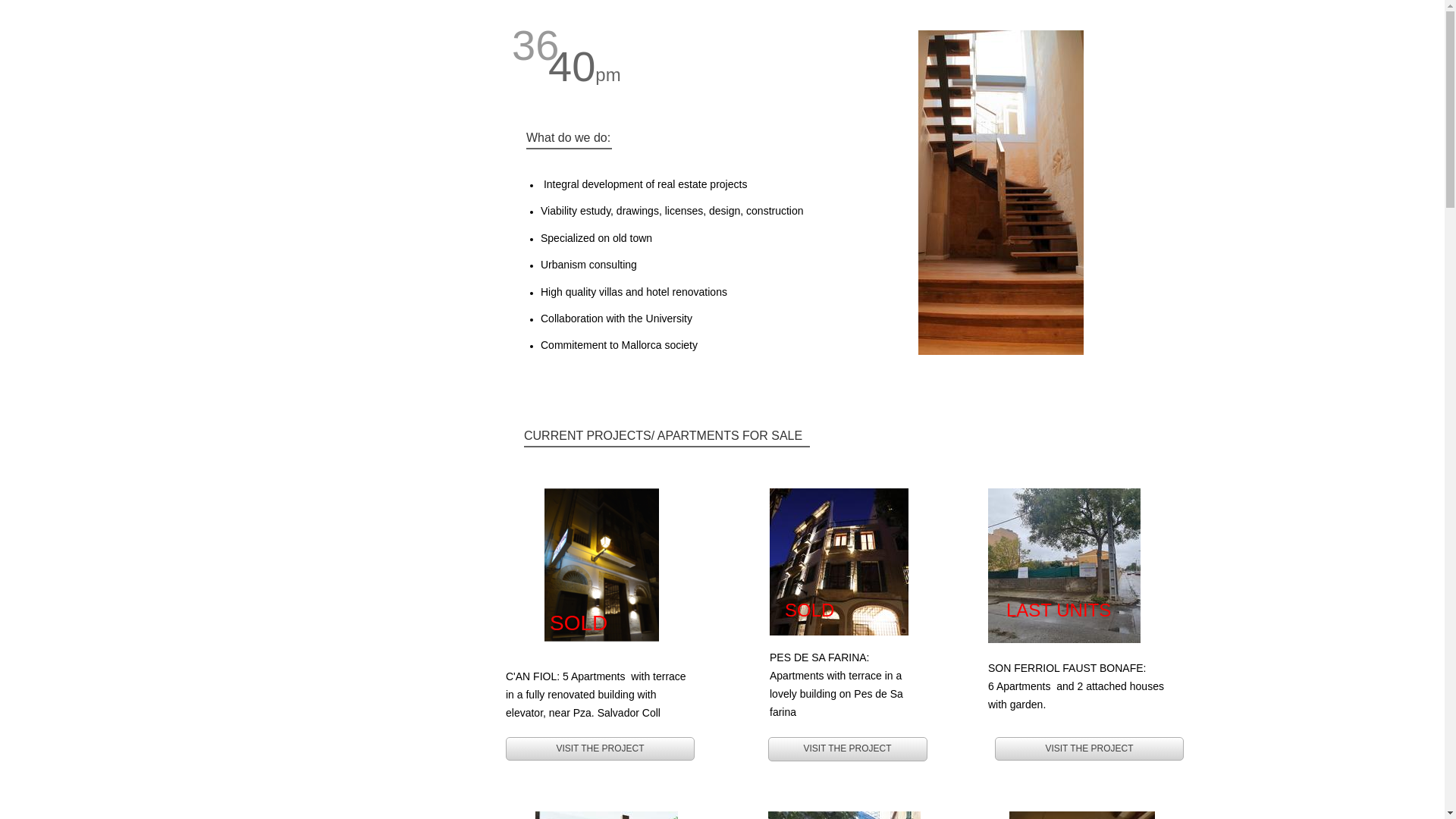 Image resolution: width=1456 pixels, height=819 pixels. What do you see at coordinates (599, 748) in the screenshot?
I see `'VISIT THE PROJECT'` at bounding box center [599, 748].